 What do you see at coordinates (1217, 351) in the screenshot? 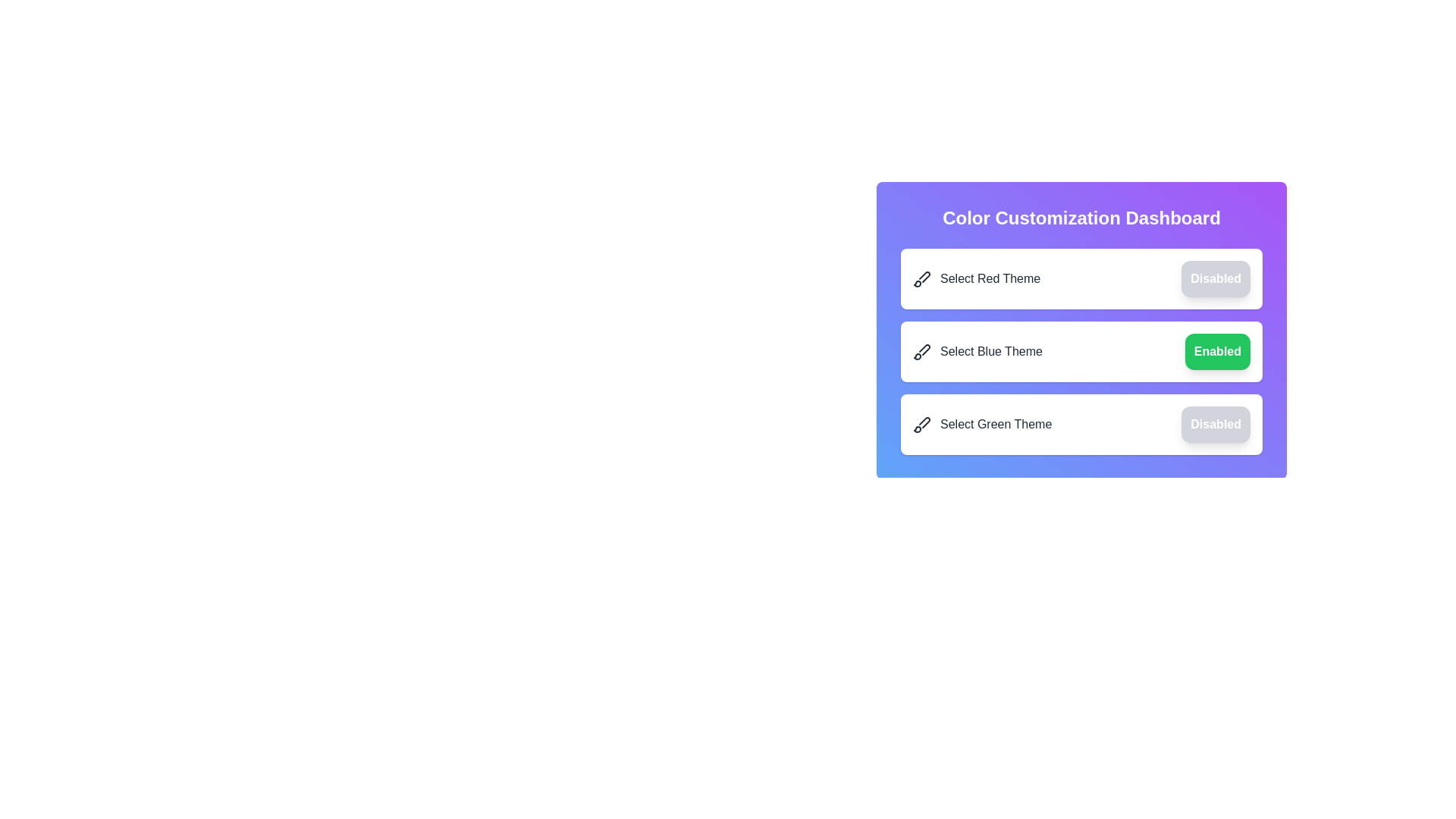
I see `the button corresponding to Blue theme to observe any interactive feedback` at bounding box center [1217, 351].